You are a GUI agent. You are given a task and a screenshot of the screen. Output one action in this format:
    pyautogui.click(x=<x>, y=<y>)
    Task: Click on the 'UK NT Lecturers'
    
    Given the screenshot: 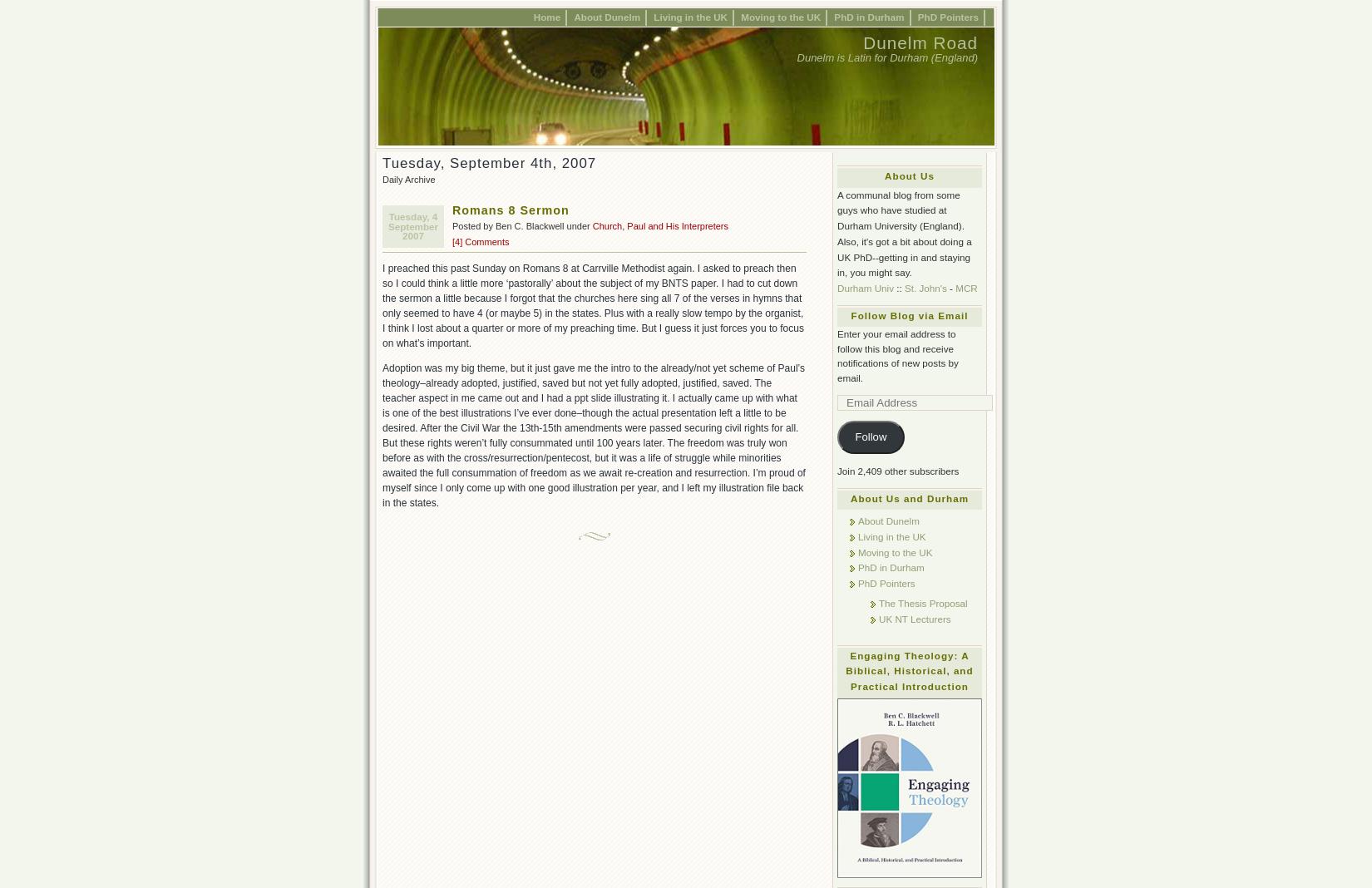 What is the action you would take?
    pyautogui.click(x=915, y=618)
    